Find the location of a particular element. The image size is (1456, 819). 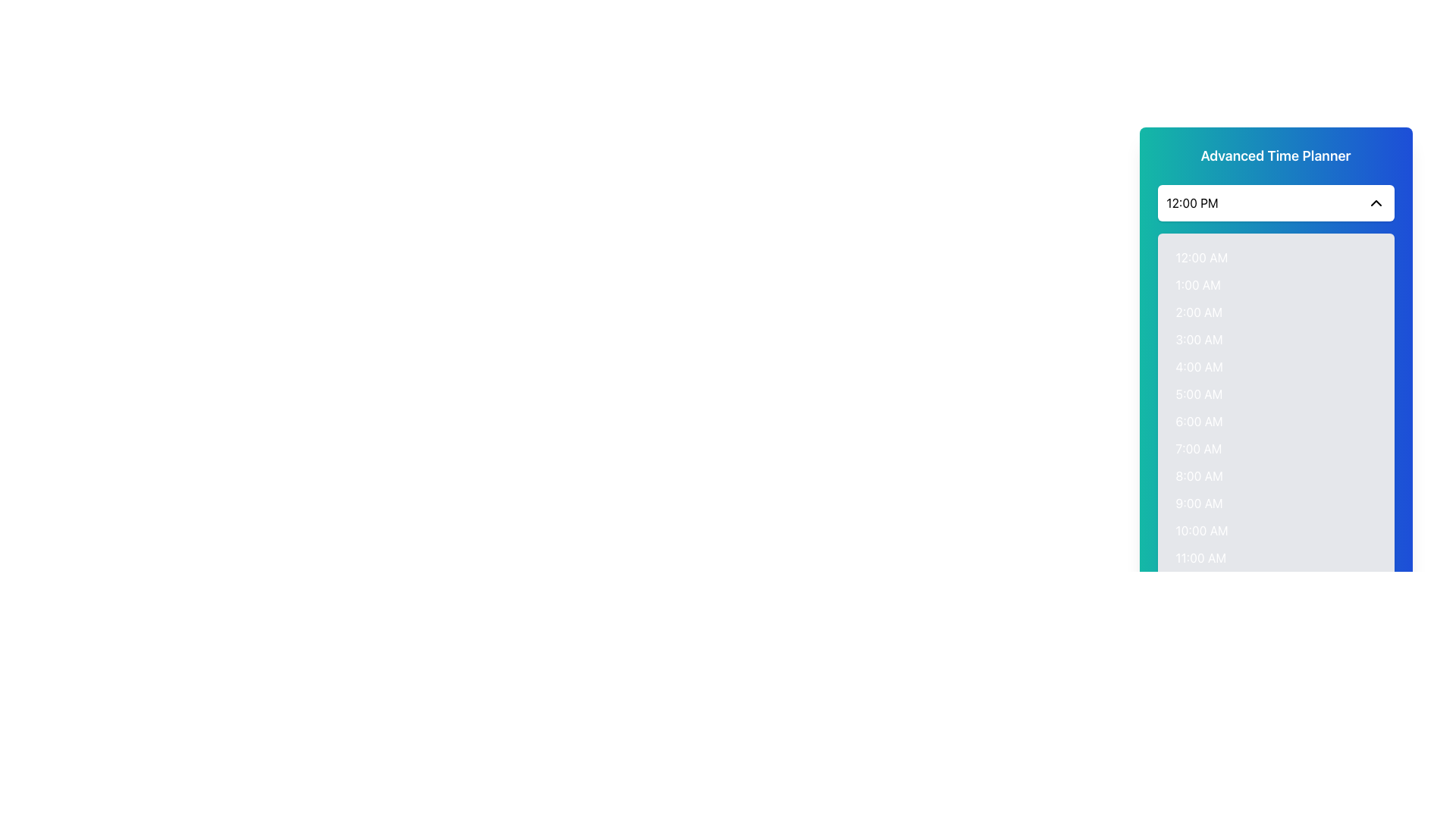

the interactive list item displaying '7:00 AM', which is the seventh item in a vertical list of time options is located at coordinates (1275, 447).